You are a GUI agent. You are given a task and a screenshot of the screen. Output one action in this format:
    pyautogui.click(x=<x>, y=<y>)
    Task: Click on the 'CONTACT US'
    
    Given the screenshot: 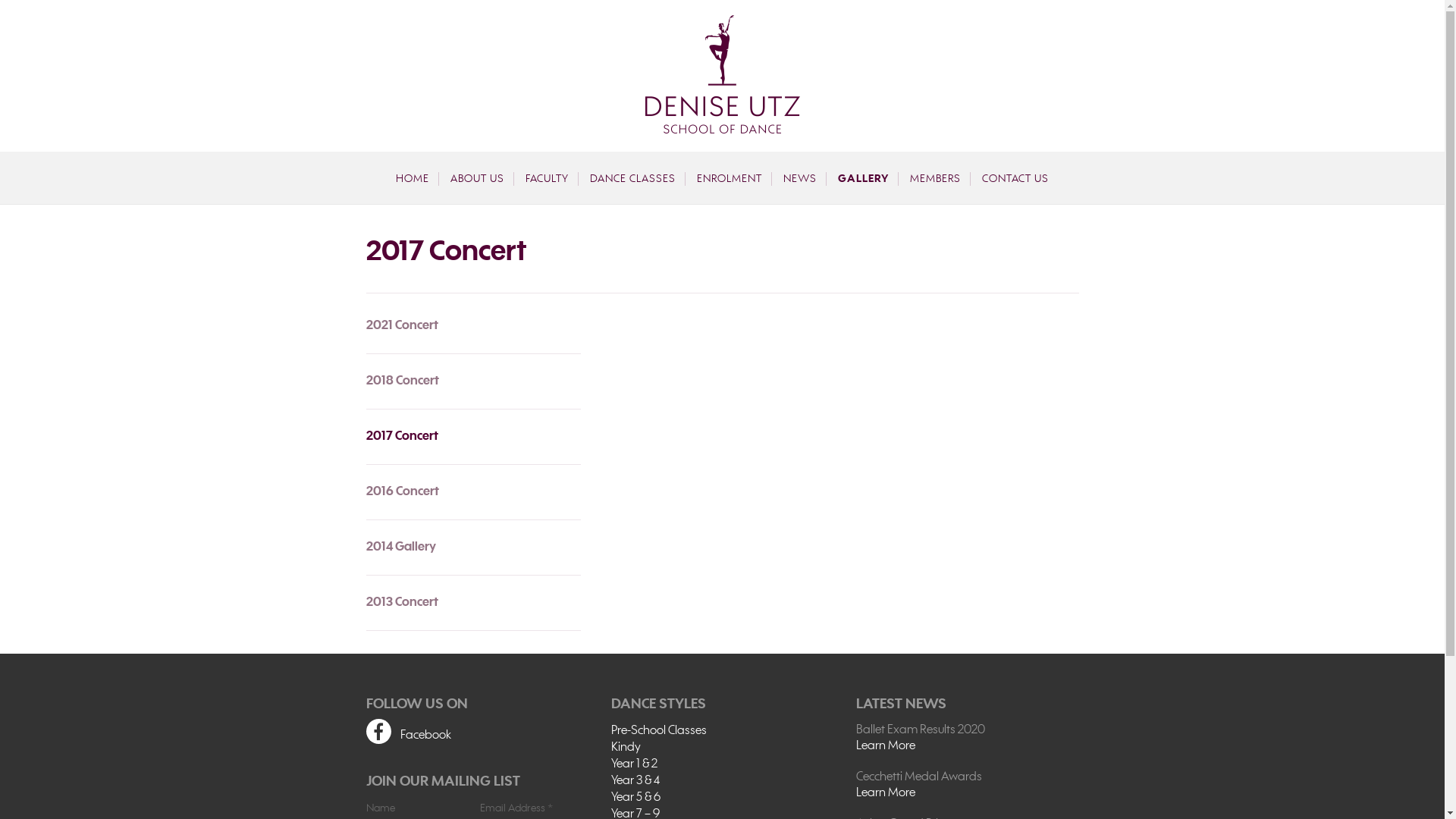 What is the action you would take?
    pyautogui.click(x=1015, y=177)
    